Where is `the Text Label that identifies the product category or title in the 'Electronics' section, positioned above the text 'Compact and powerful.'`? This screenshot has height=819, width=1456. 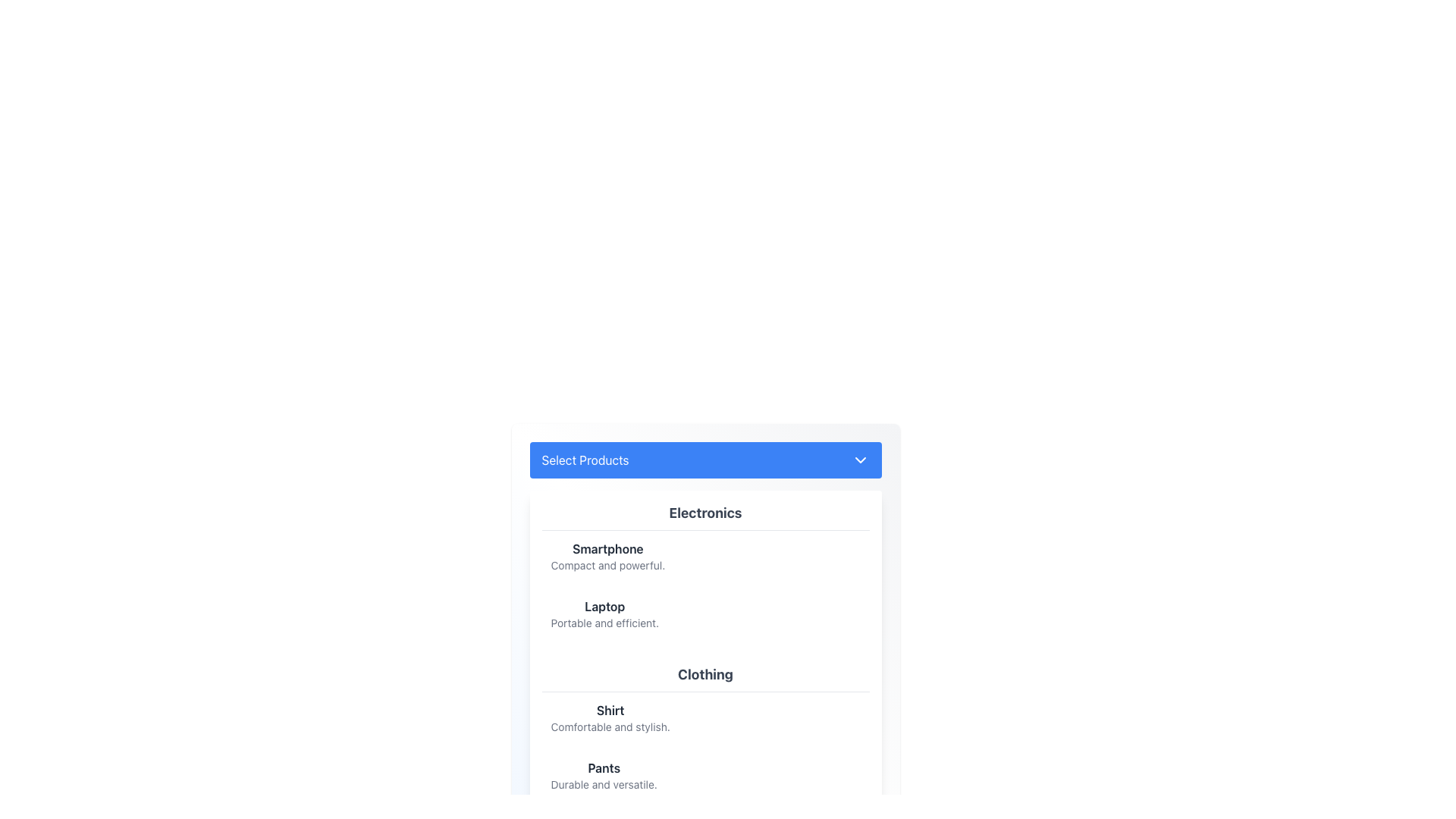 the Text Label that identifies the product category or title in the 'Electronics' section, positioned above the text 'Compact and powerful.' is located at coordinates (607, 549).